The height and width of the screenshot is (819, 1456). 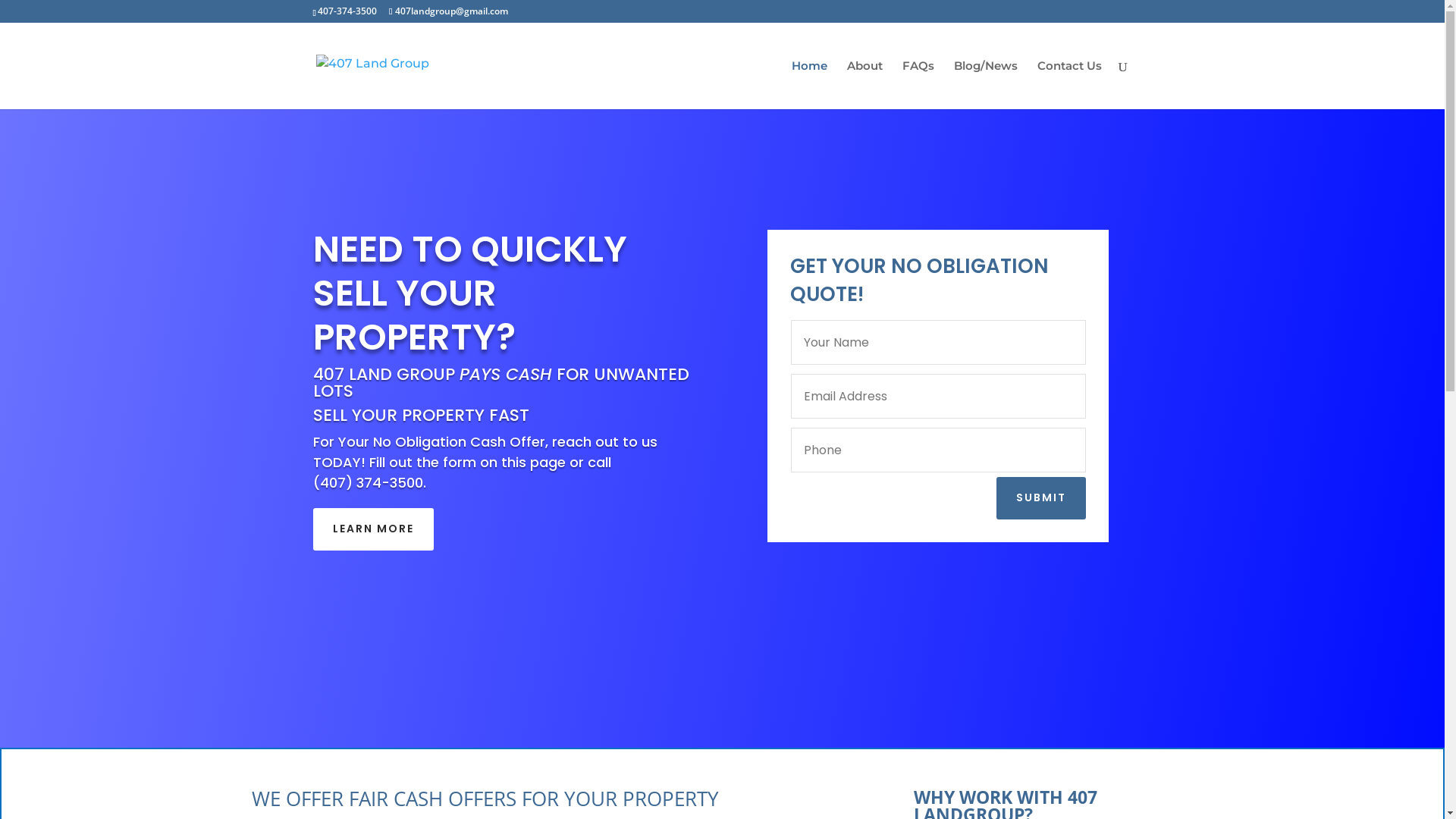 What do you see at coordinates (986, 84) in the screenshot?
I see `'Blog/News'` at bounding box center [986, 84].